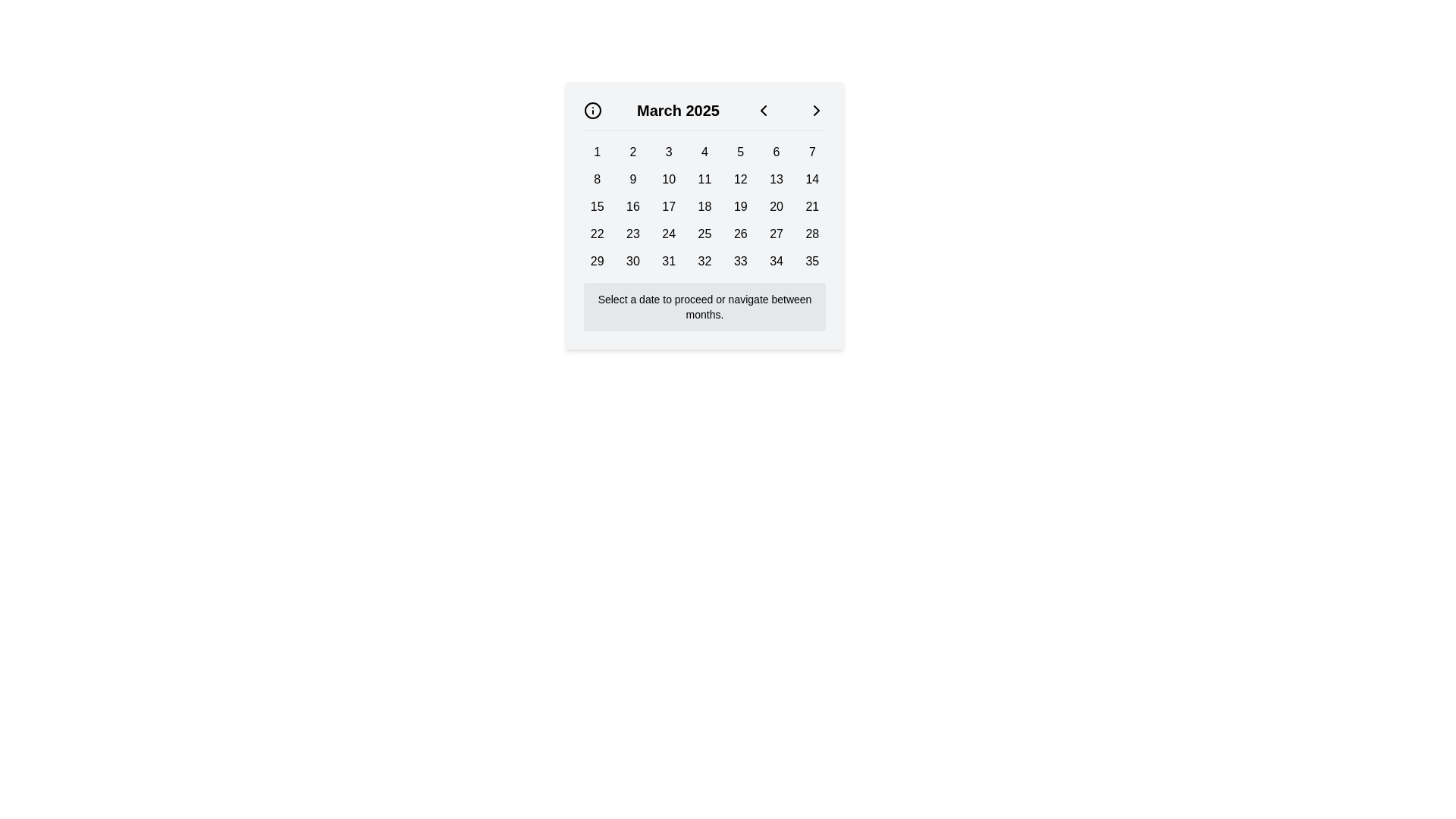 The height and width of the screenshot is (819, 1456). Describe the element at coordinates (740, 234) in the screenshot. I see `the button labeled '26'` at that location.